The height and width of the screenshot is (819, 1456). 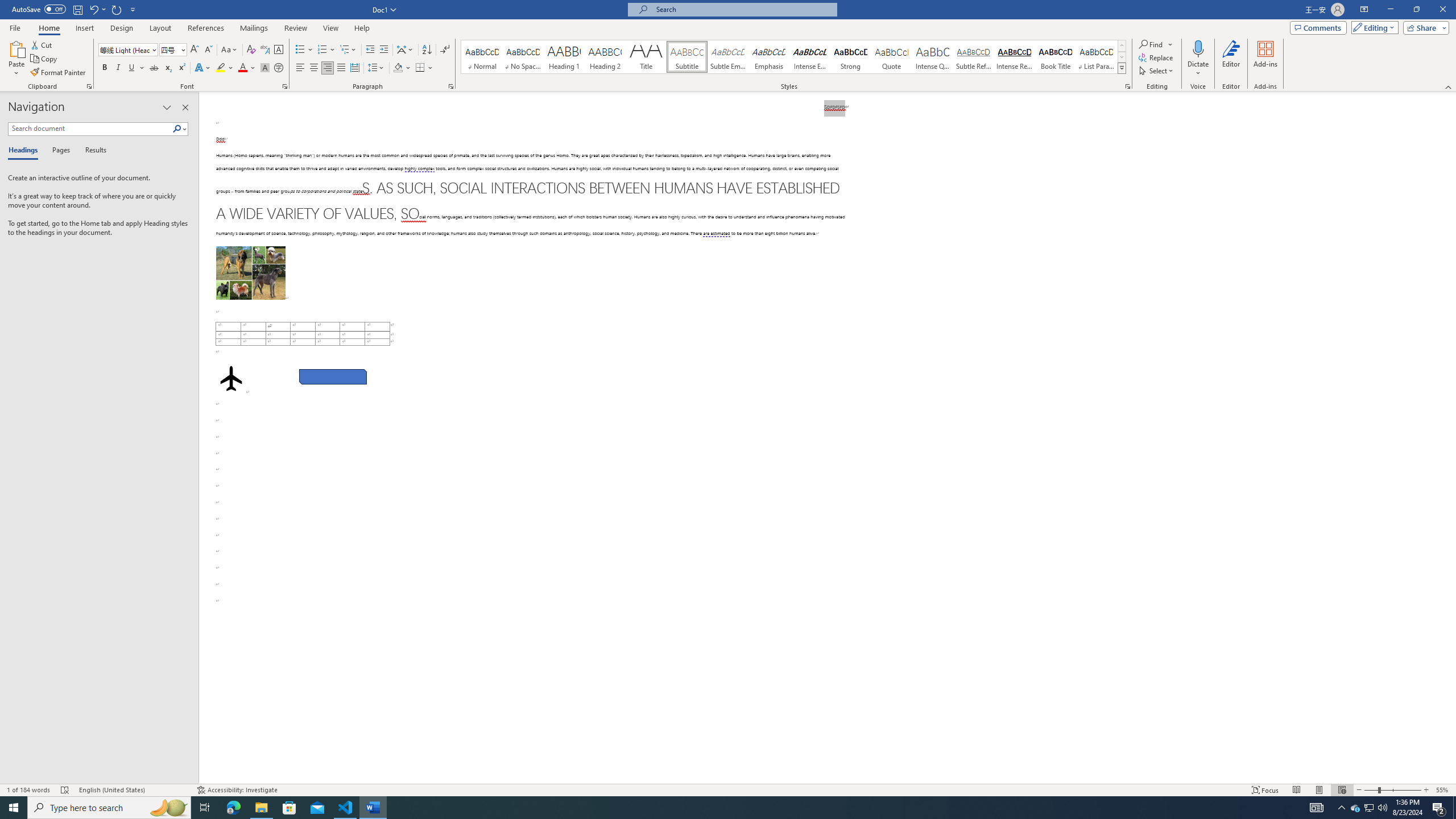 I want to click on 'Styles...', so click(x=1127, y=85).